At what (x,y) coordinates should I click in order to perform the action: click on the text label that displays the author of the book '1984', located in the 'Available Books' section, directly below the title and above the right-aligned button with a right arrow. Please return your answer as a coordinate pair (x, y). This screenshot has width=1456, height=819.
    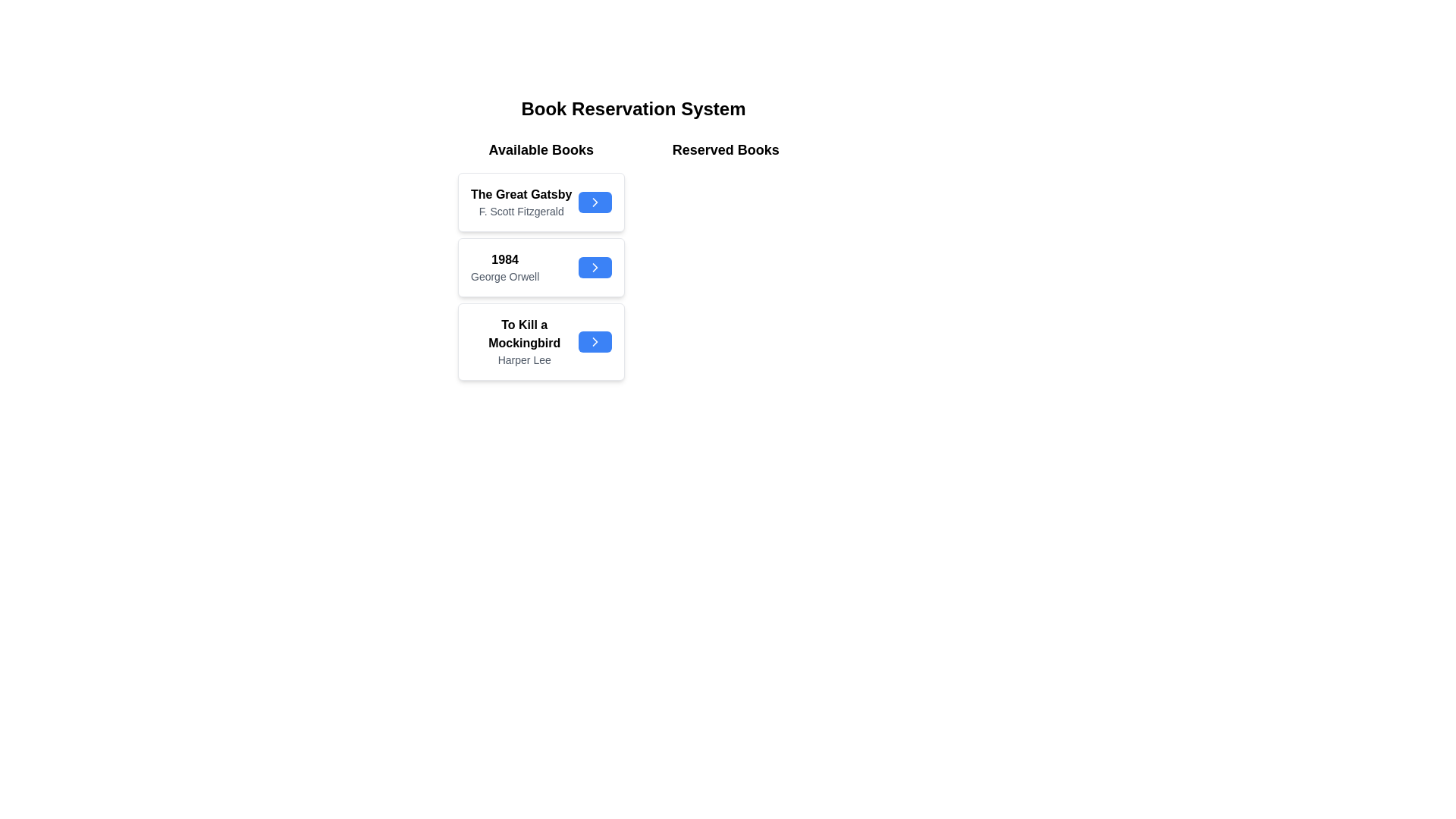
    Looking at the image, I should click on (505, 277).